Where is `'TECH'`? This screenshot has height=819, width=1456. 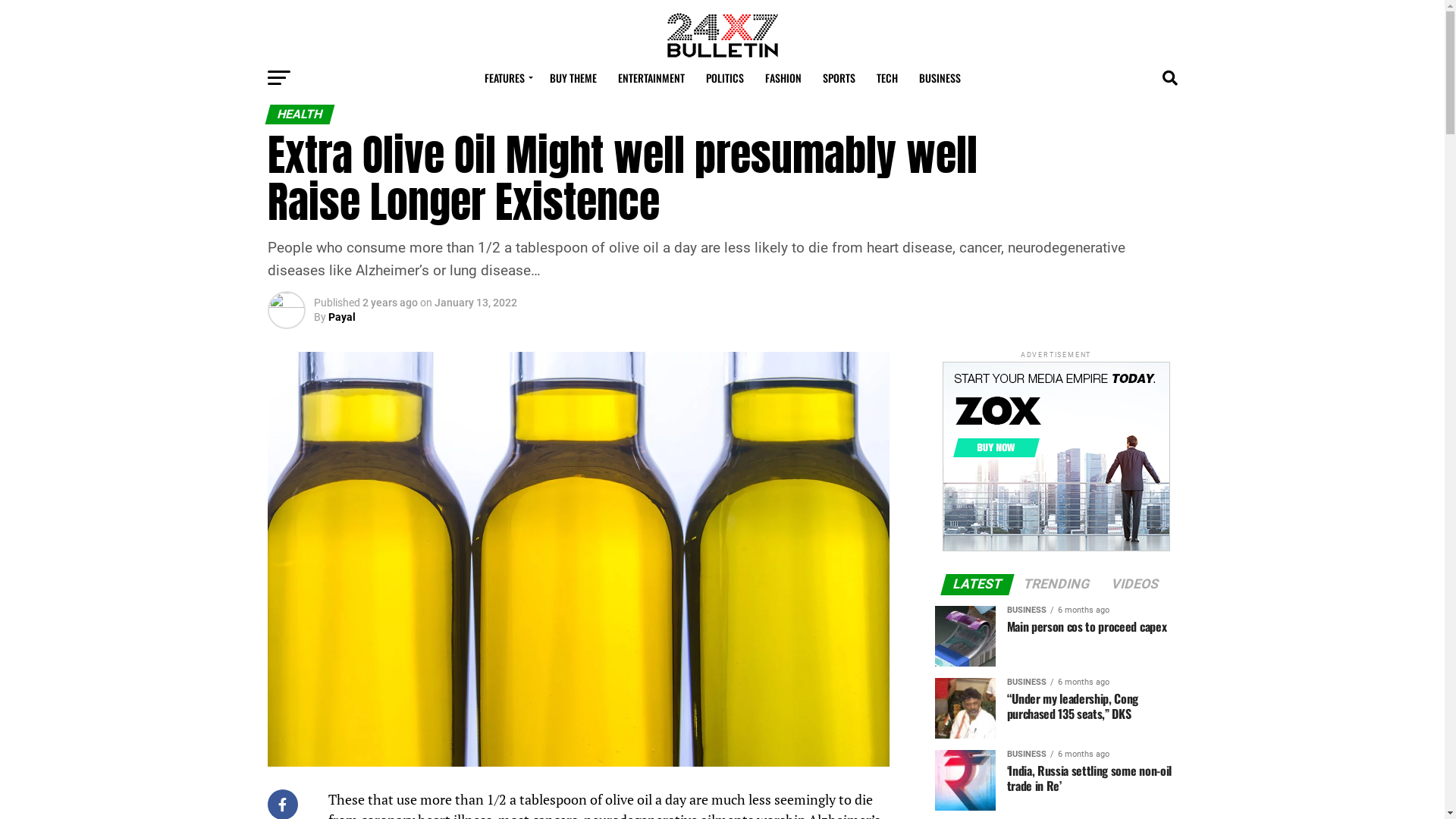 'TECH' is located at coordinates (887, 78).